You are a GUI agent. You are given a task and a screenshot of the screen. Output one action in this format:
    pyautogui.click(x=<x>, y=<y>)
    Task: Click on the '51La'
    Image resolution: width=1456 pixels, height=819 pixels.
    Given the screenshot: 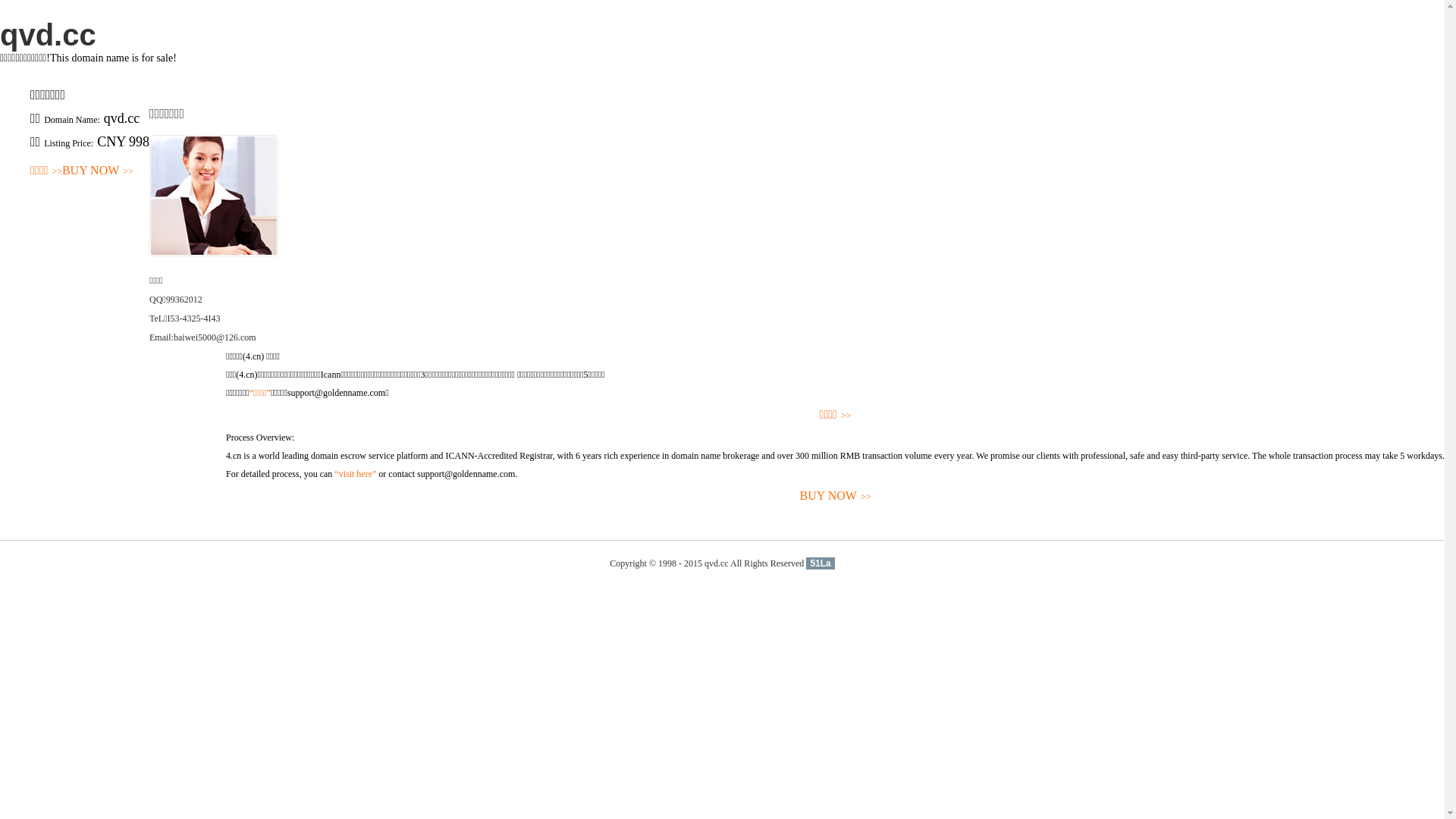 What is the action you would take?
    pyautogui.click(x=819, y=563)
    